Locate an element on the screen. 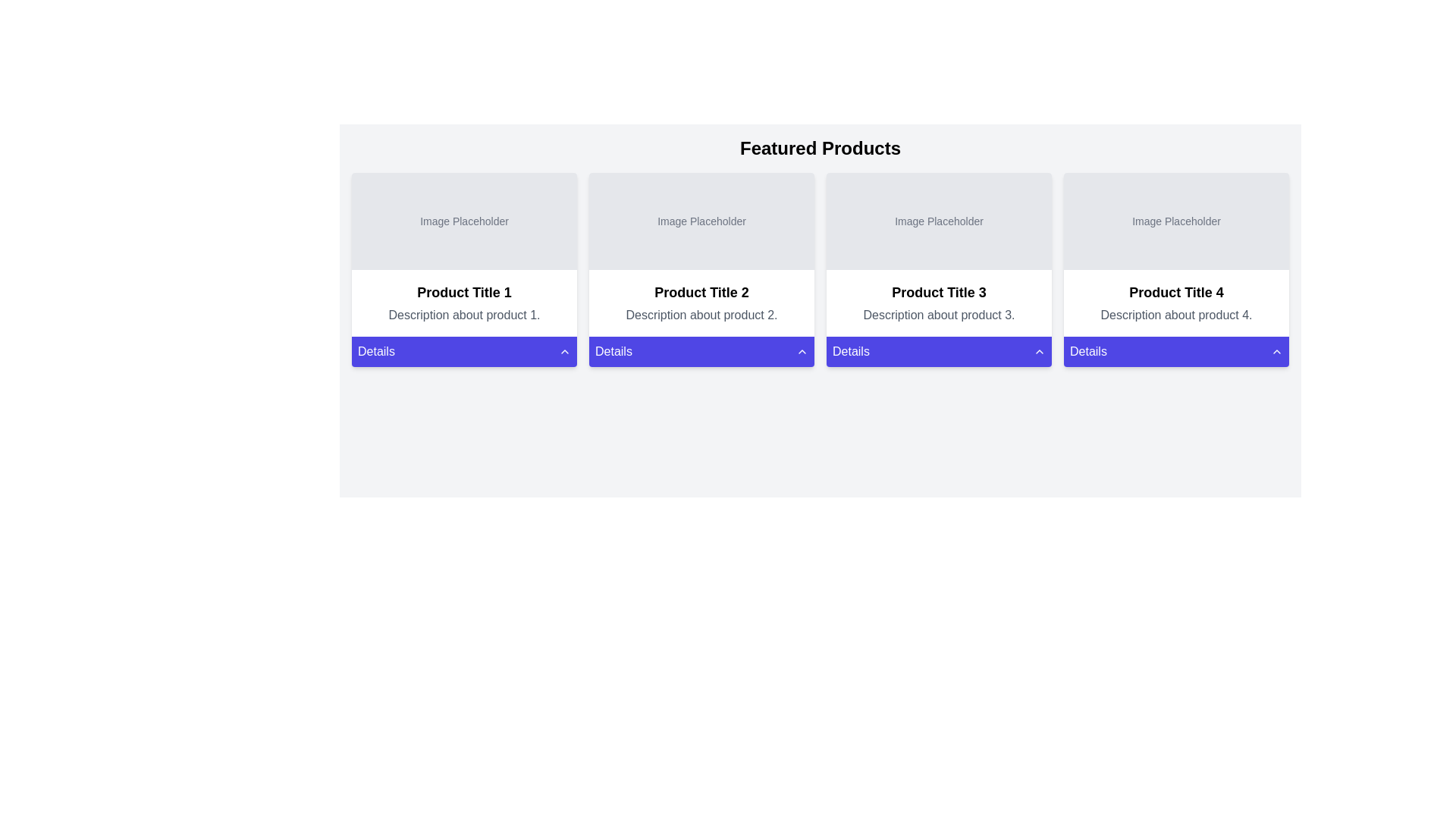 This screenshot has width=1456, height=819. the 'Image Placeholder' component, which is a rectangular area with a light gray background and centered text, located at the top of the card labeled 'Product Title 3' is located at coordinates (938, 221).